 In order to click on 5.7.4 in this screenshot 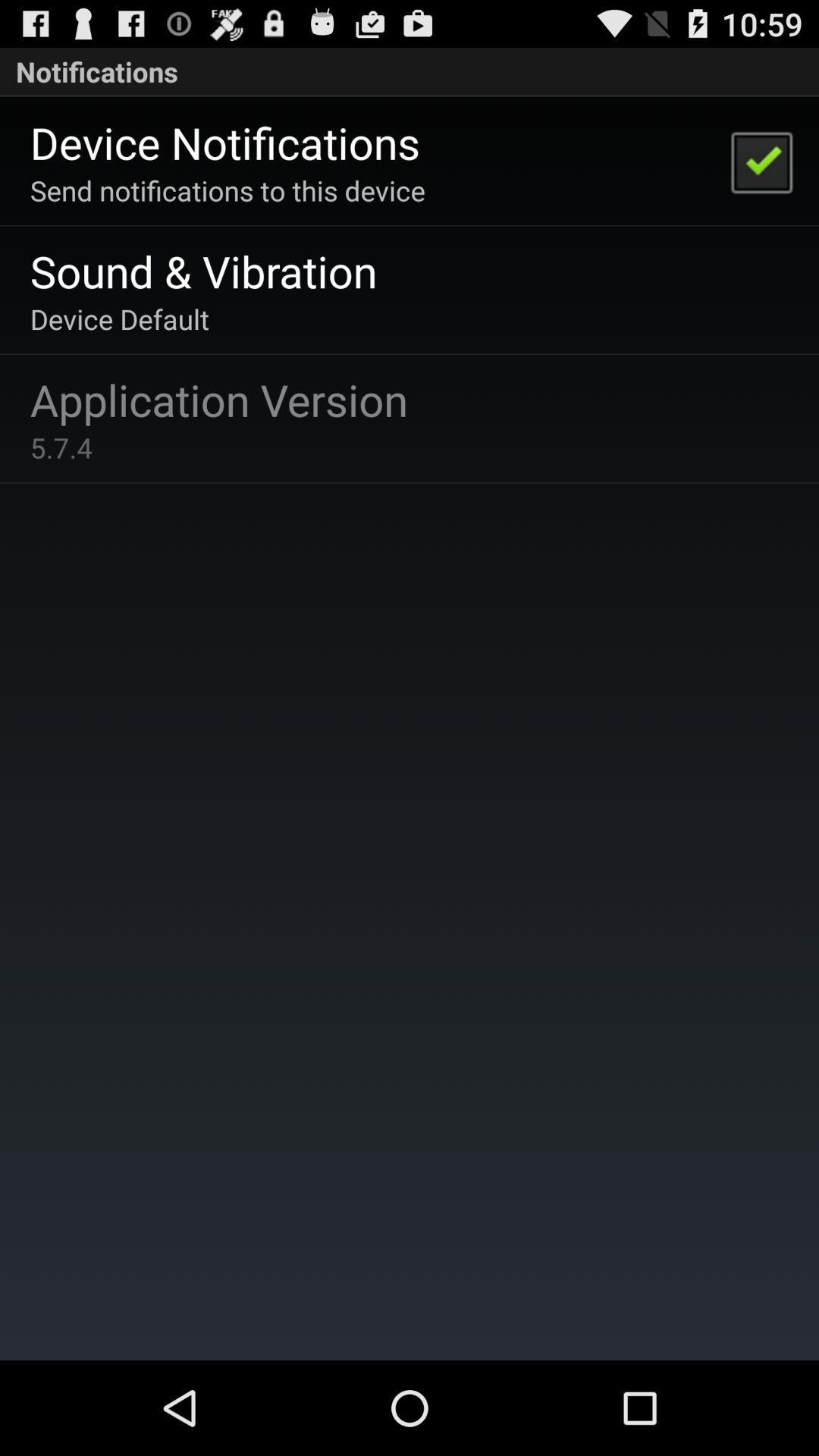, I will do `click(61, 447)`.